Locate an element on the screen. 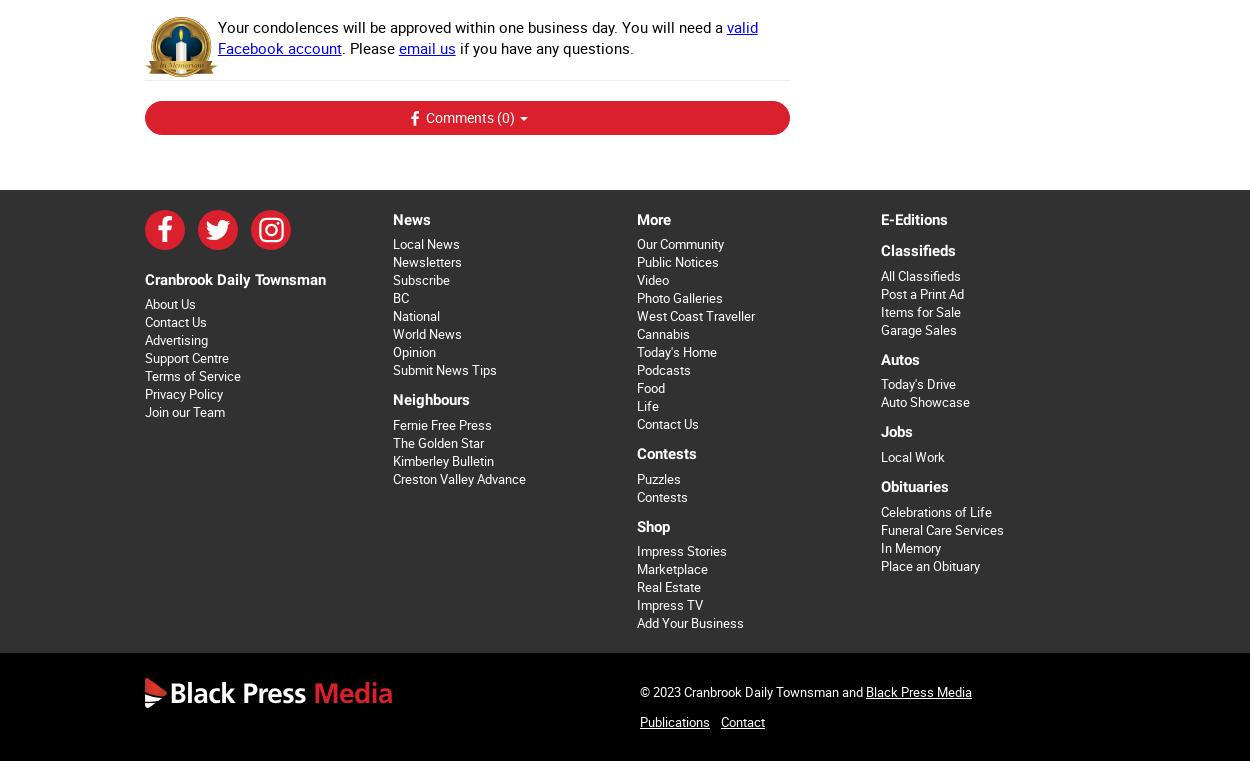 Image resolution: width=1250 pixels, height=761 pixels. 'Impress TV' is located at coordinates (669, 605).